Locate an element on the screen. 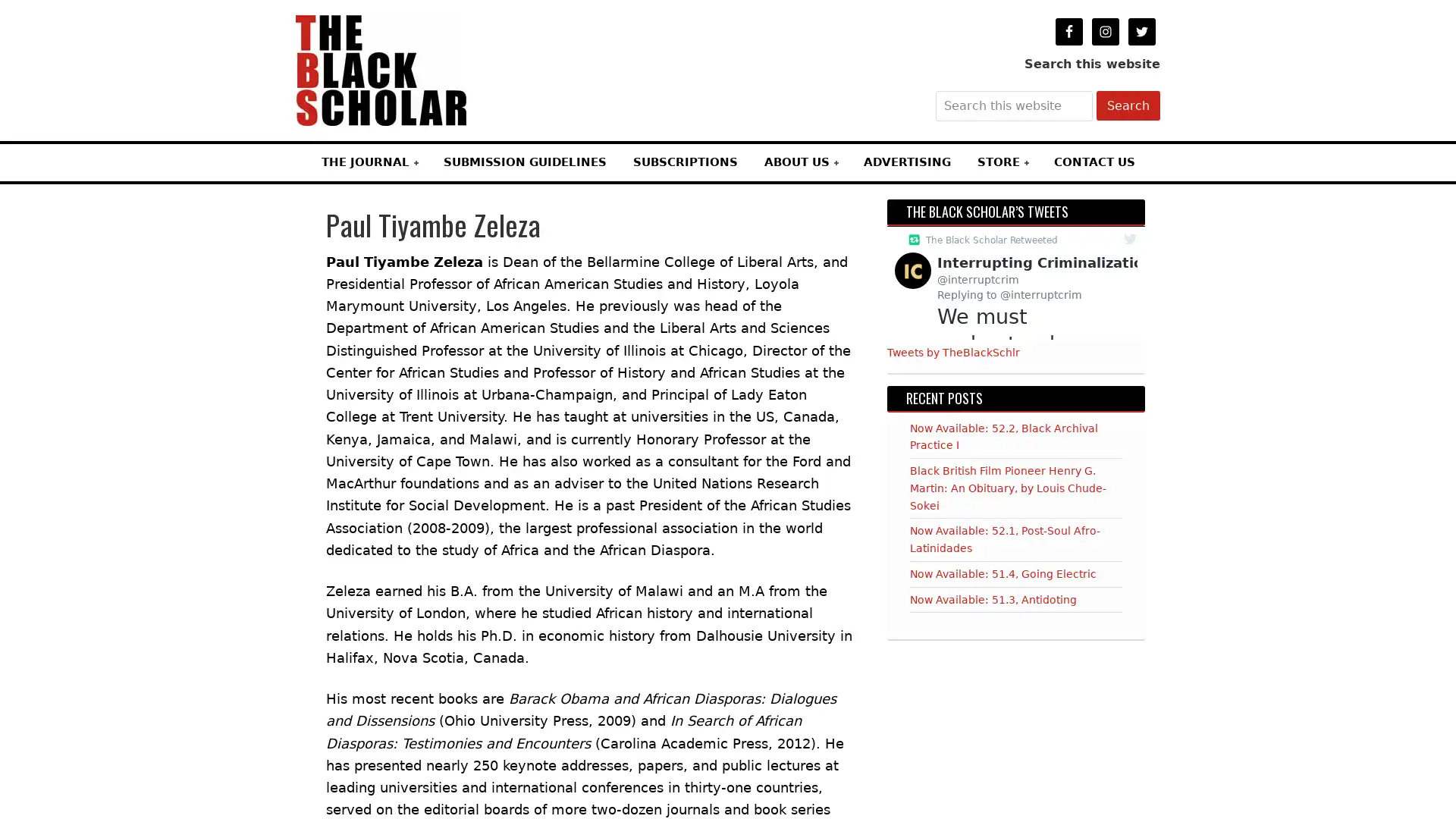  Search is located at coordinates (1128, 105).